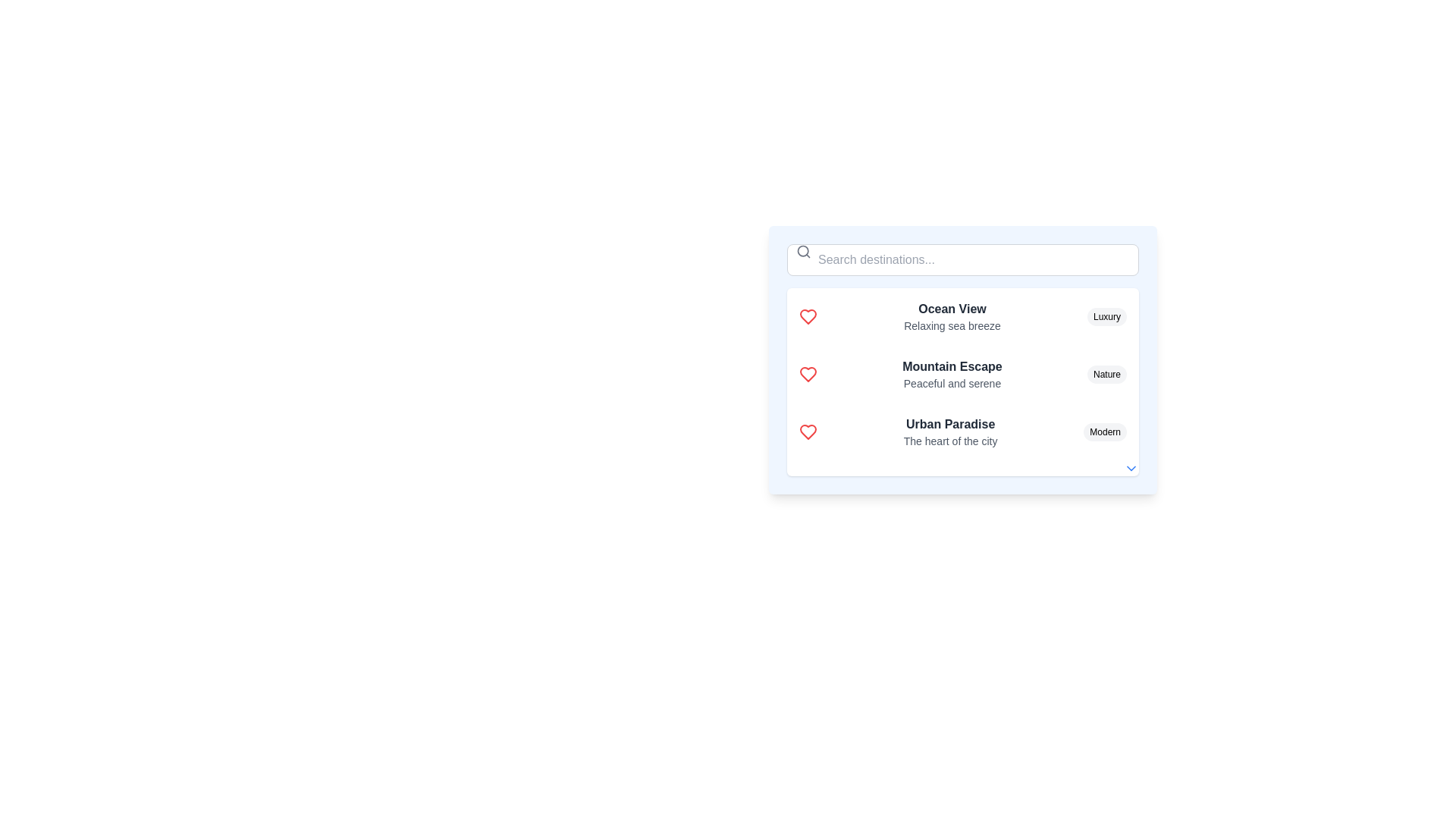 The height and width of the screenshot is (819, 1456). I want to click on the heart-shaped icon representing the favoriting function located to the left of the text 'Mountain Escape' in the middle row of the list of destinations, so click(807, 374).